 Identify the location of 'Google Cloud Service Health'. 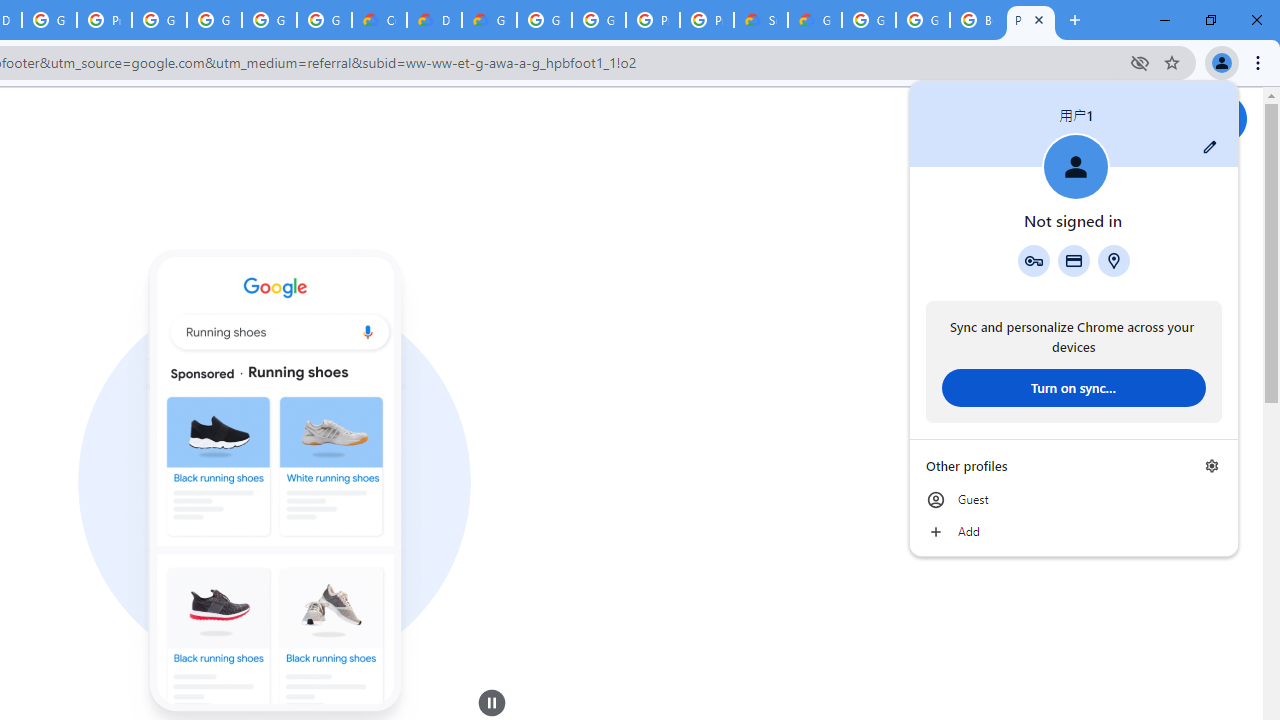
(815, 20).